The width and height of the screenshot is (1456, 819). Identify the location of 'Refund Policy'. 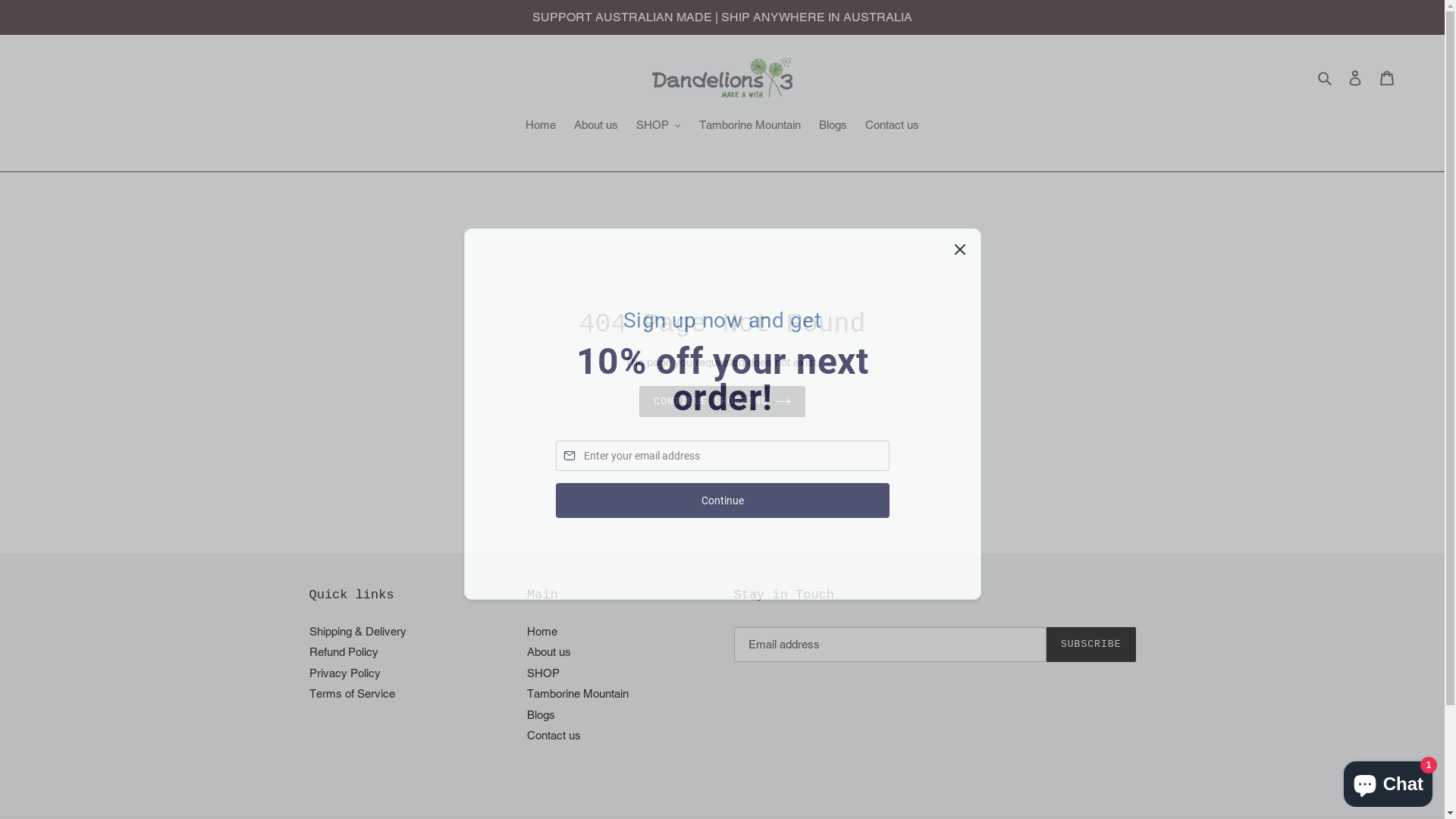
(343, 651).